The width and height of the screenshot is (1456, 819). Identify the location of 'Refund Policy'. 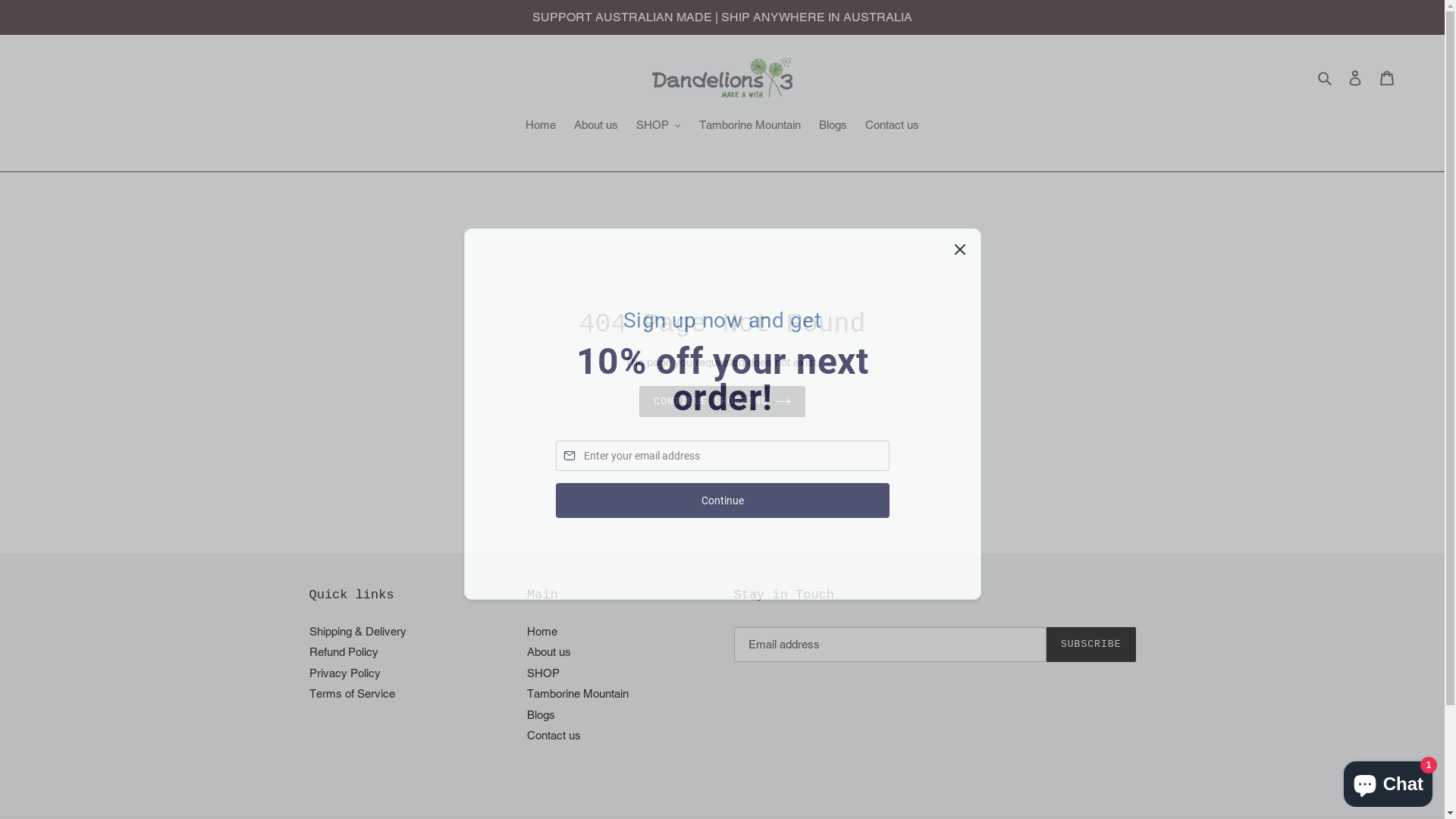
(343, 651).